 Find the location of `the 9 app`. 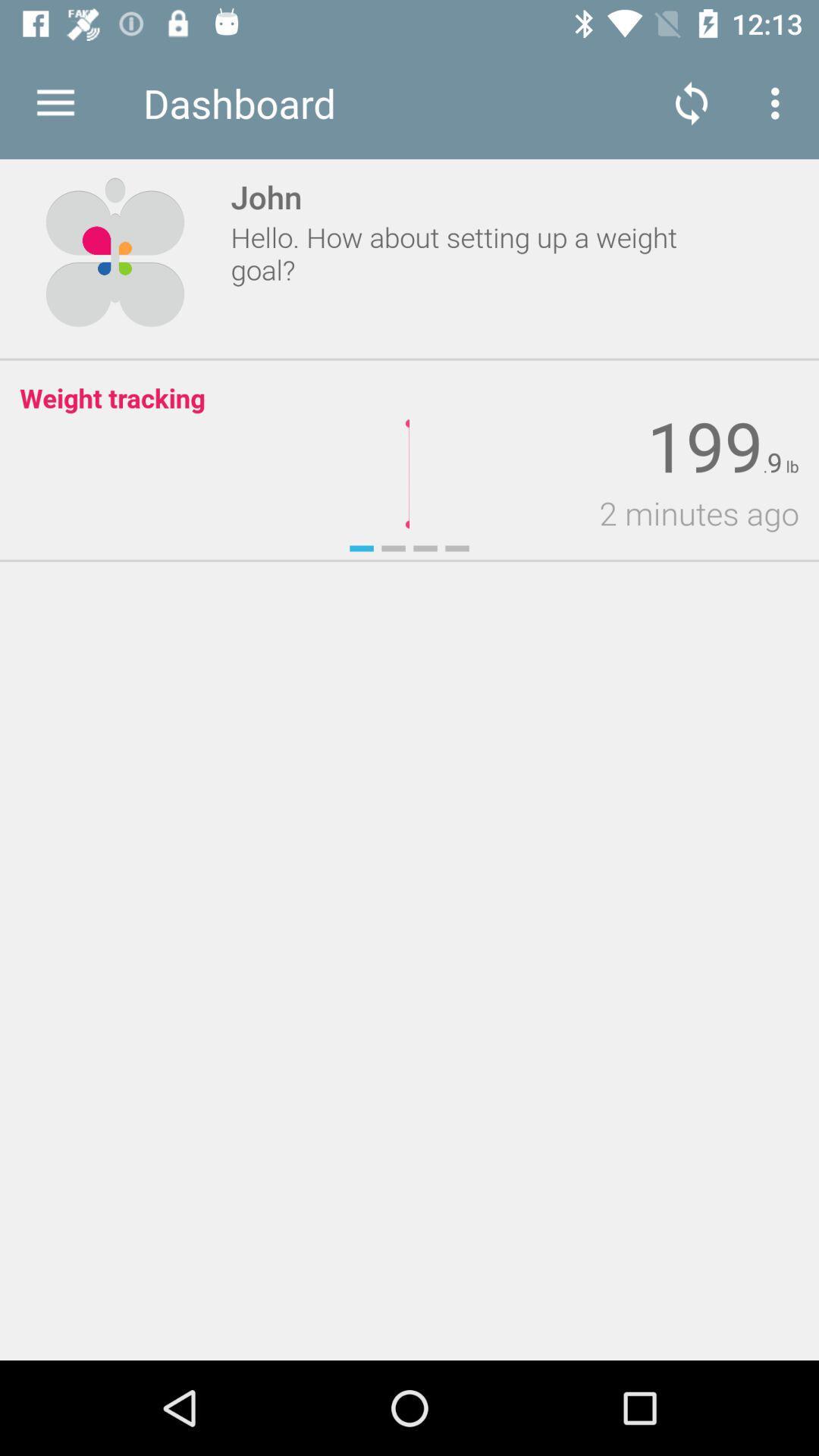

the 9 app is located at coordinates (774, 462).